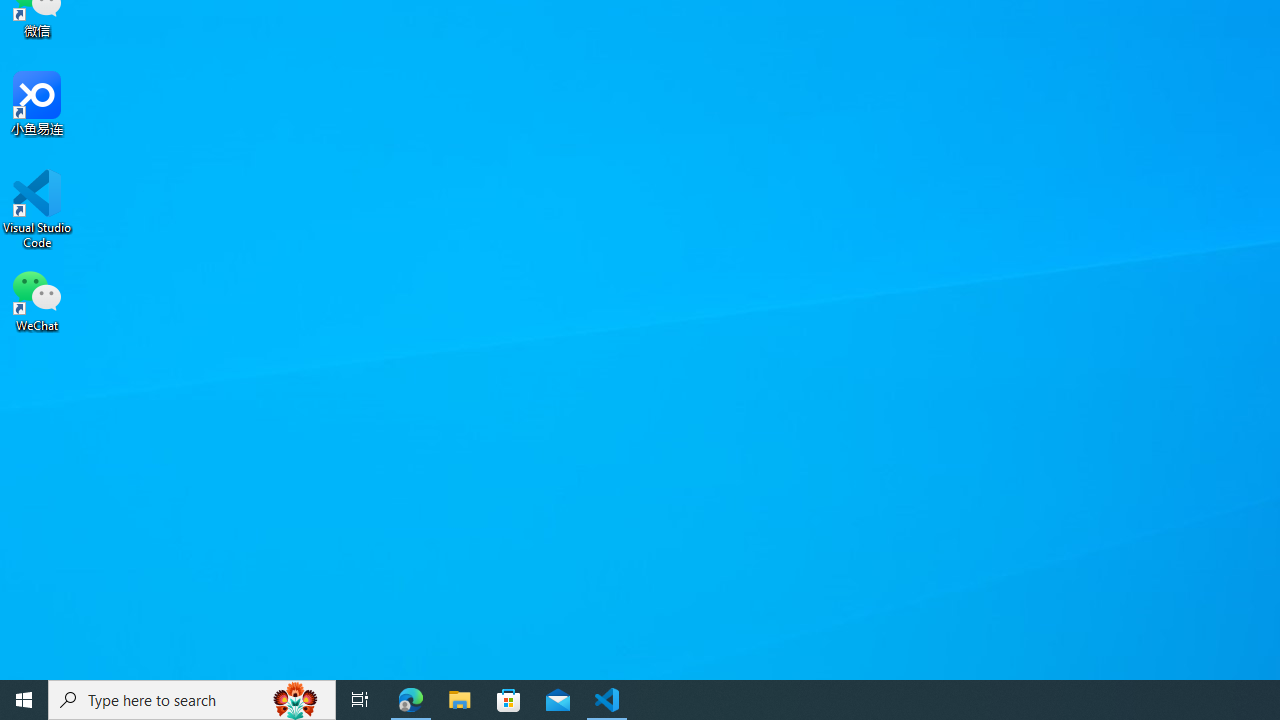 This screenshot has height=720, width=1280. What do you see at coordinates (606, 698) in the screenshot?
I see `'Visual Studio Code - 1 running window'` at bounding box center [606, 698].